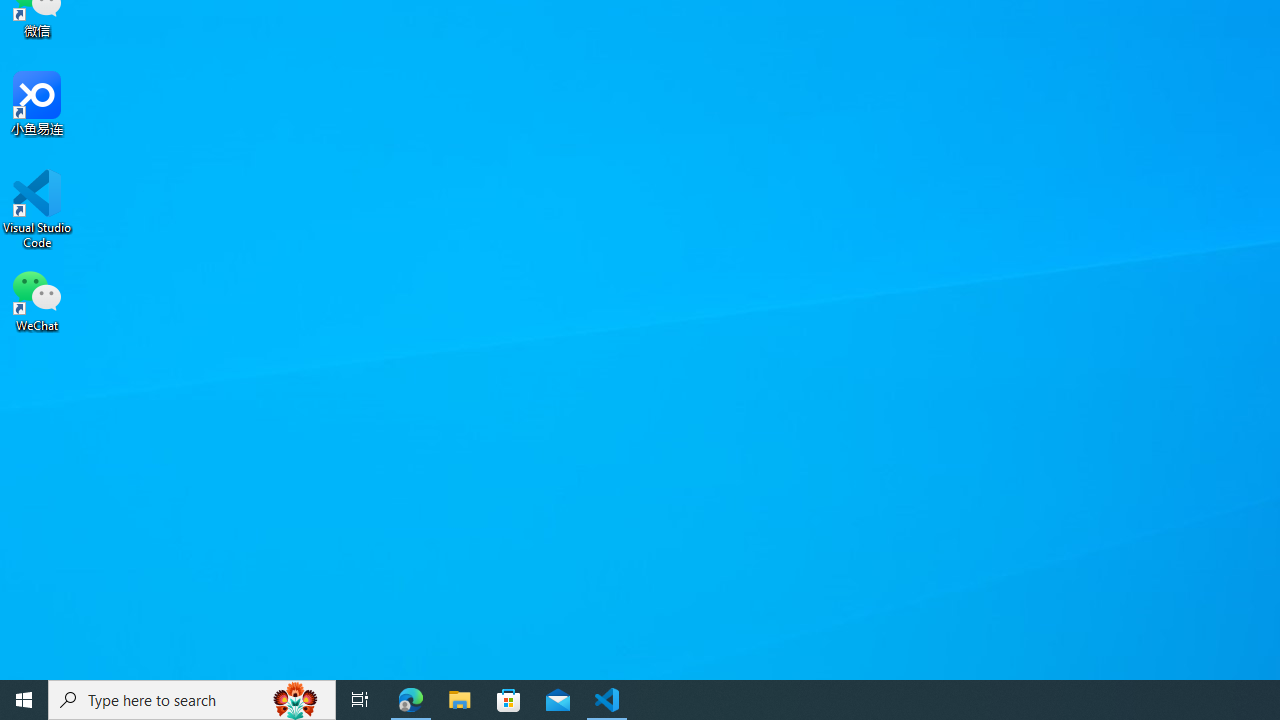 This screenshot has height=720, width=1280. What do you see at coordinates (606, 698) in the screenshot?
I see `'Visual Studio Code - 1 running window'` at bounding box center [606, 698].